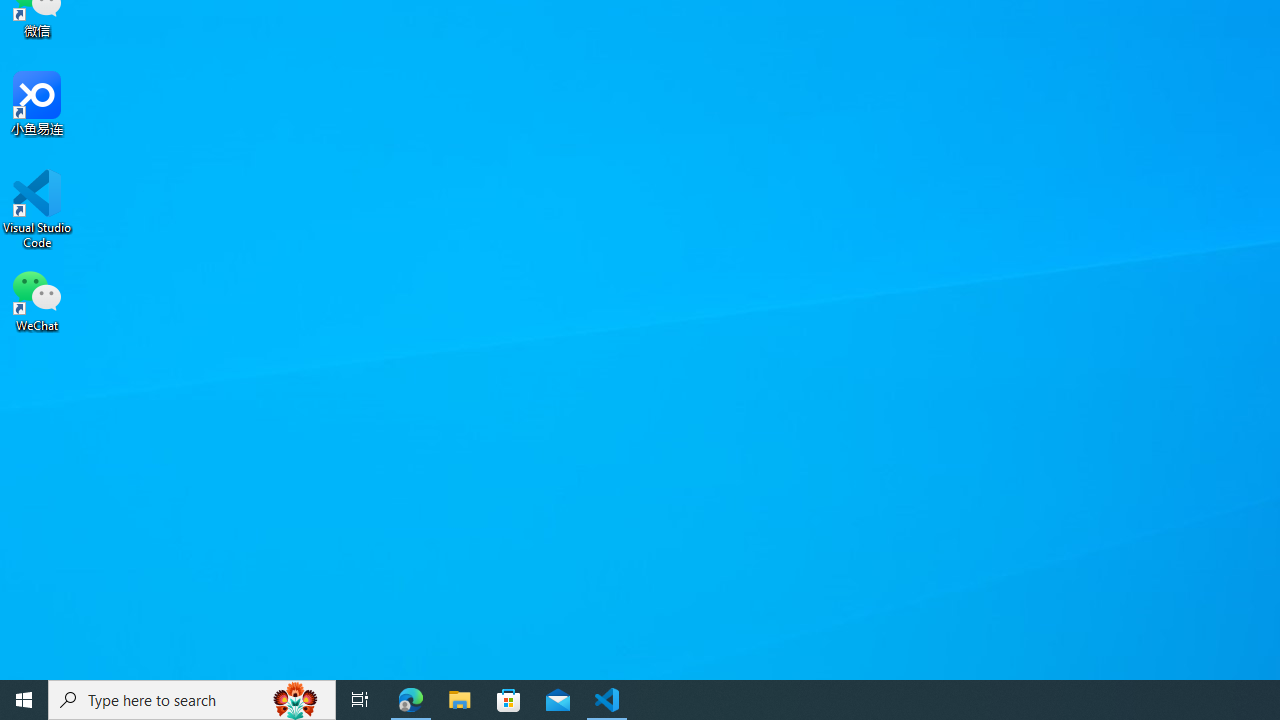 This screenshot has height=720, width=1280. What do you see at coordinates (606, 698) in the screenshot?
I see `'Visual Studio Code - 1 running window'` at bounding box center [606, 698].